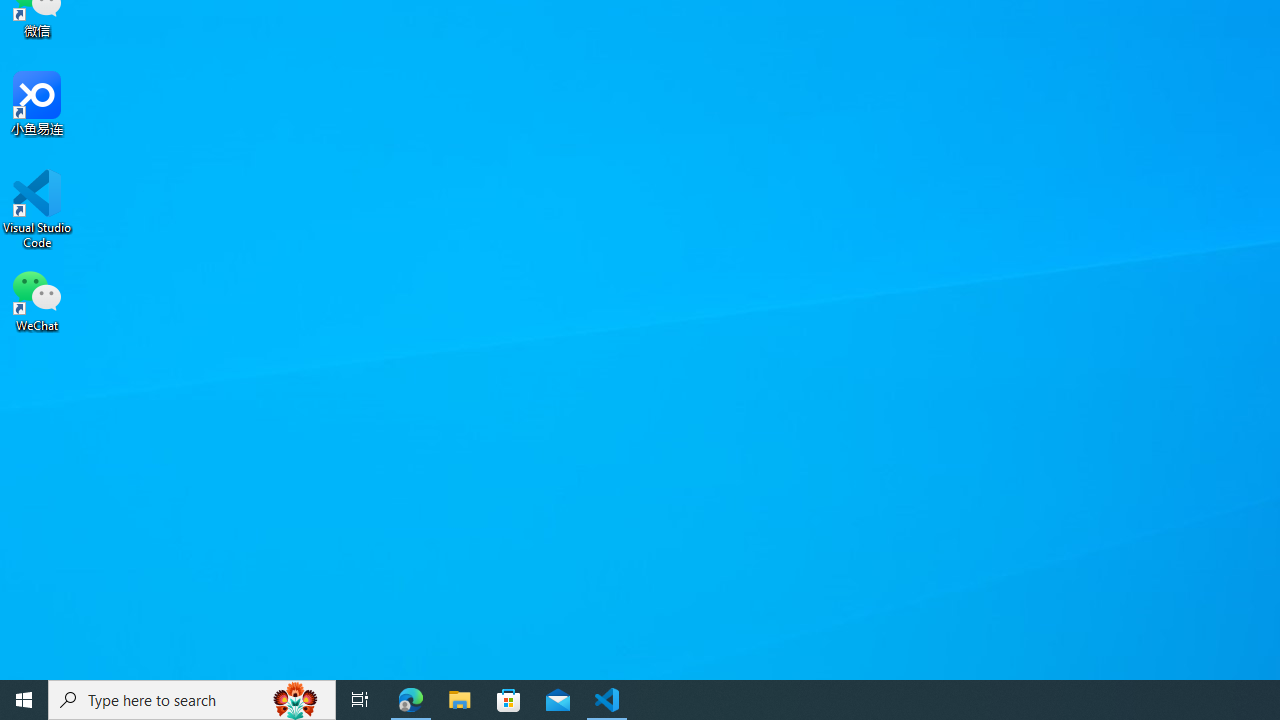 This screenshot has height=720, width=1280. What do you see at coordinates (606, 698) in the screenshot?
I see `'Visual Studio Code - 1 running window'` at bounding box center [606, 698].